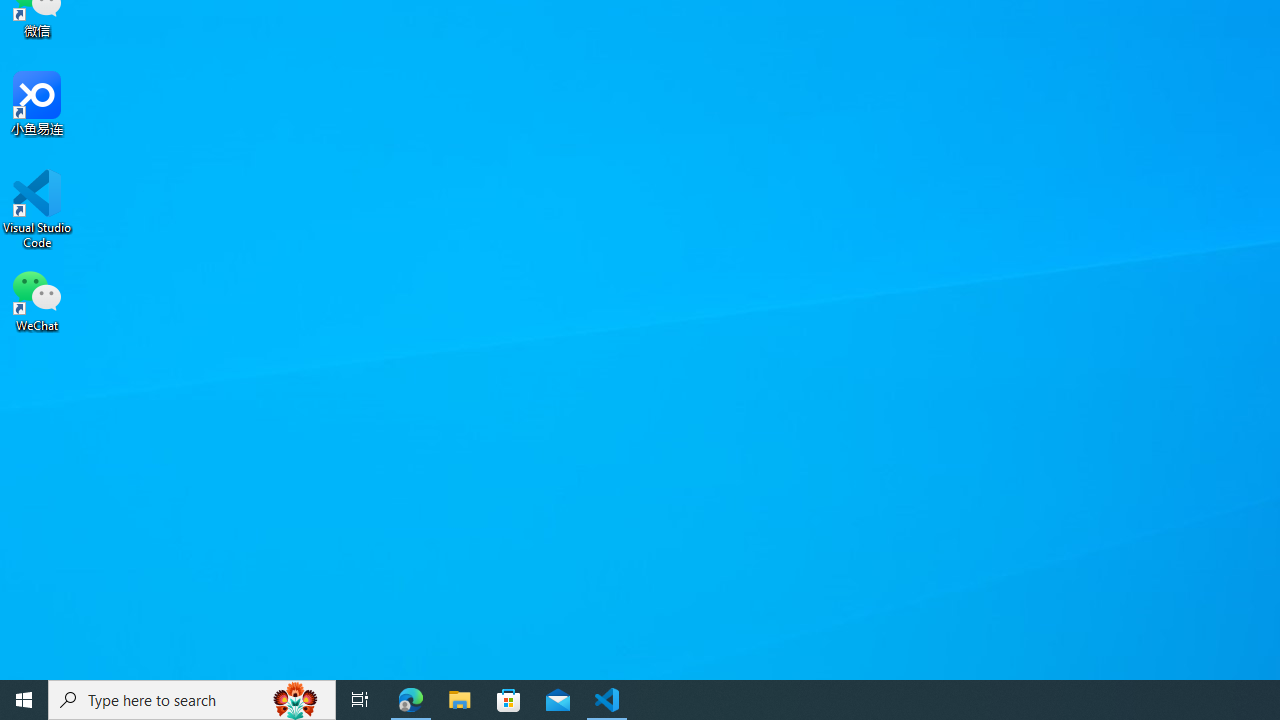 This screenshot has height=720, width=1280. What do you see at coordinates (606, 698) in the screenshot?
I see `'Visual Studio Code - 1 running window'` at bounding box center [606, 698].